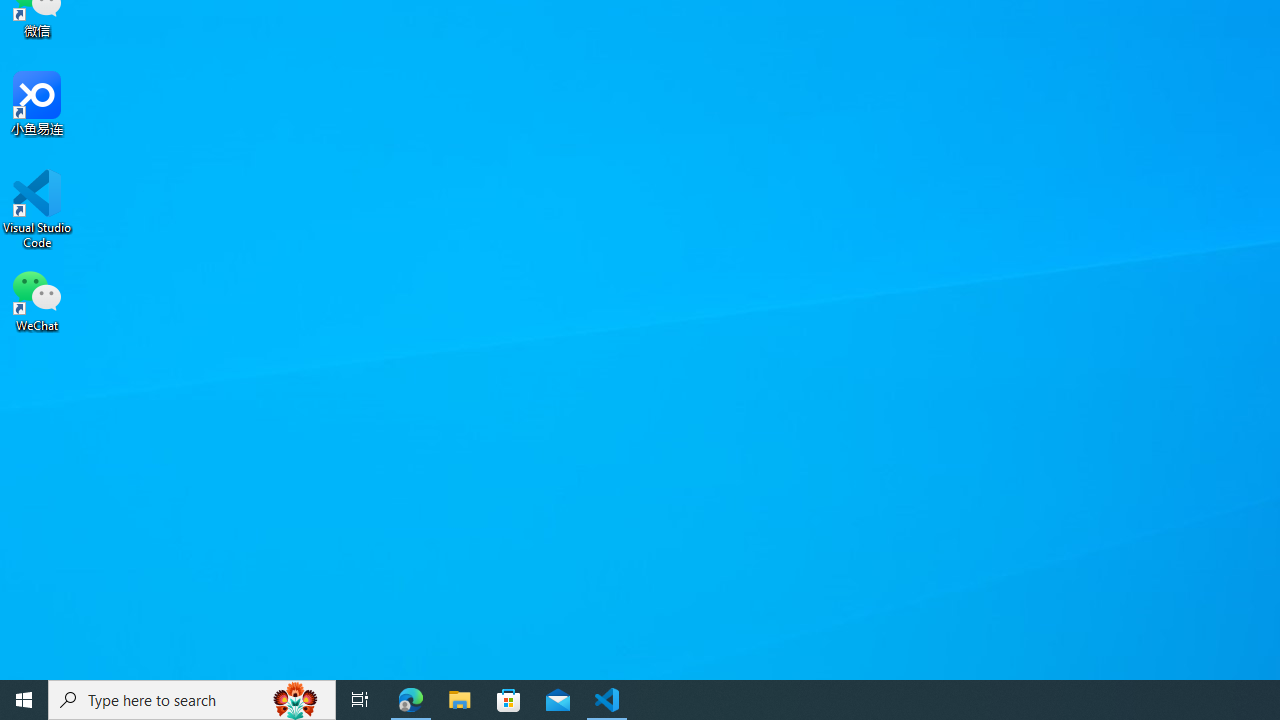 This screenshot has height=720, width=1280. What do you see at coordinates (606, 698) in the screenshot?
I see `'Visual Studio Code - 1 running window'` at bounding box center [606, 698].